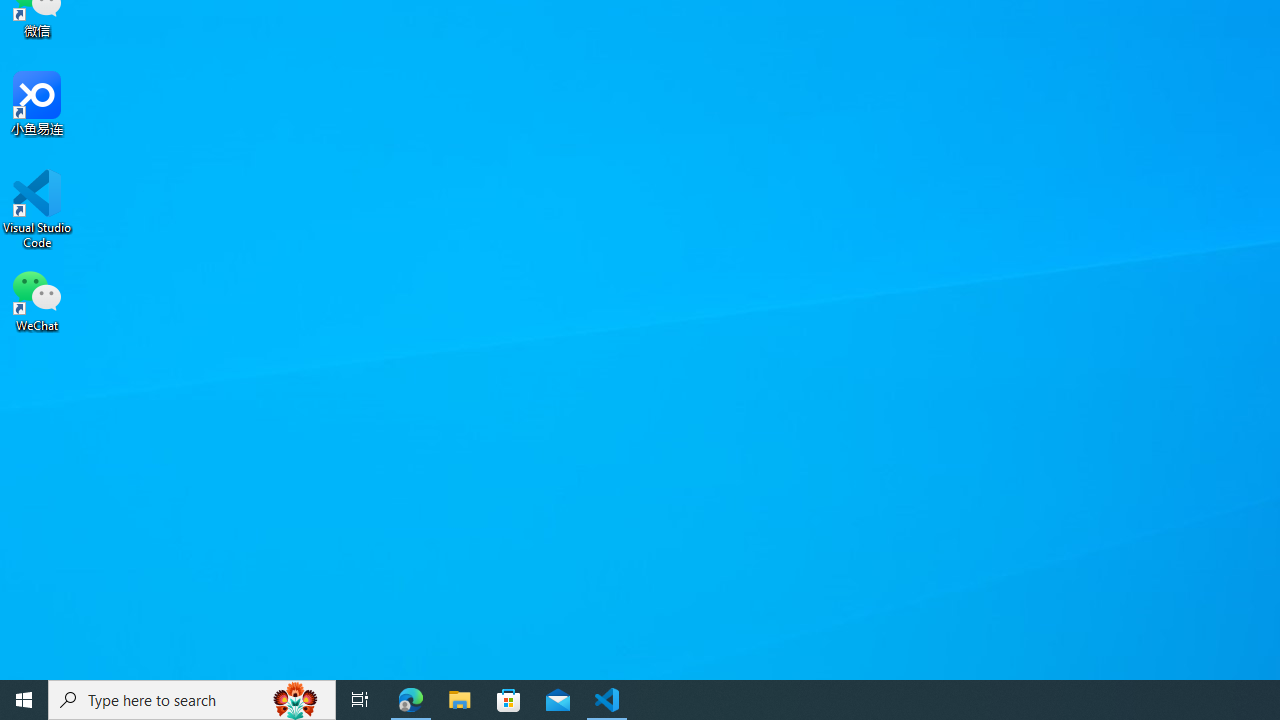 This screenshot has height=720, width=1280. What do you see at coordinates (606, 698) in the screenshot?
I see `'Visual Studio Code - 1 running window'` at bounding box center [606, 698].